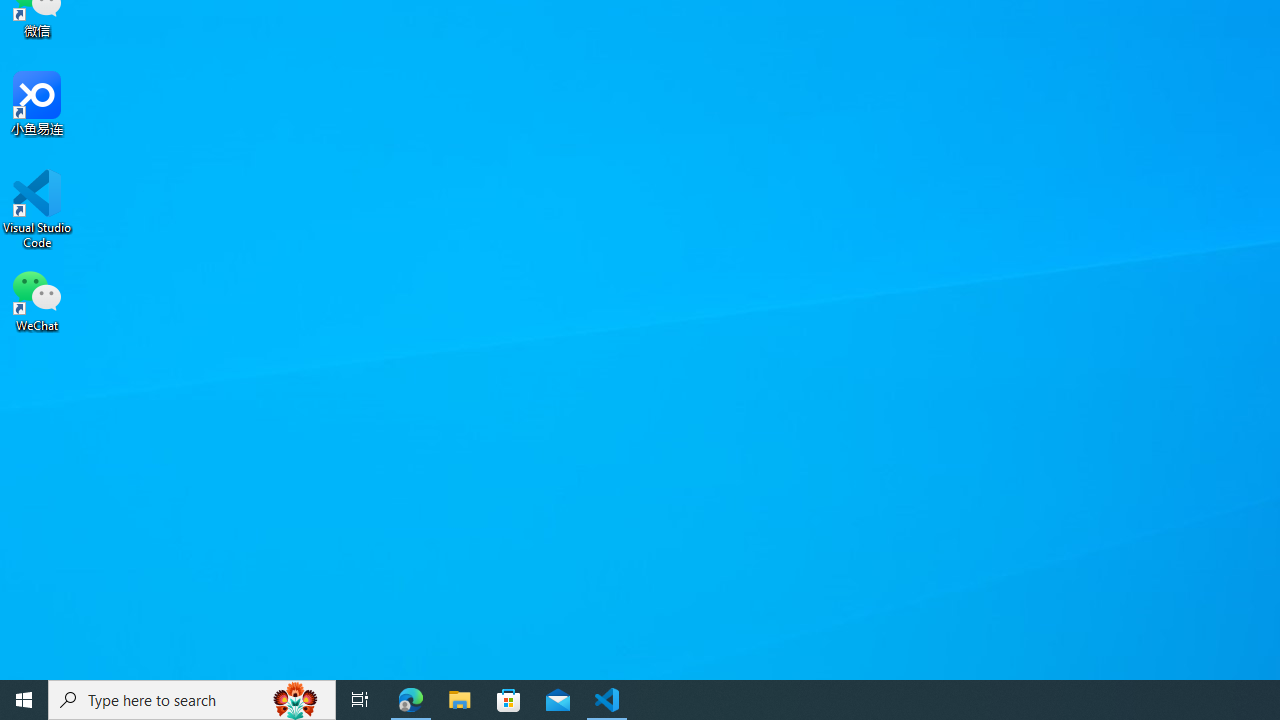 This screenshot has height=720, width=1280. What do you see at coordinates (606, 698) in the screenshot?
I see `'Visual Studio Code - 1 running window'` at bounding box center [606, 698].